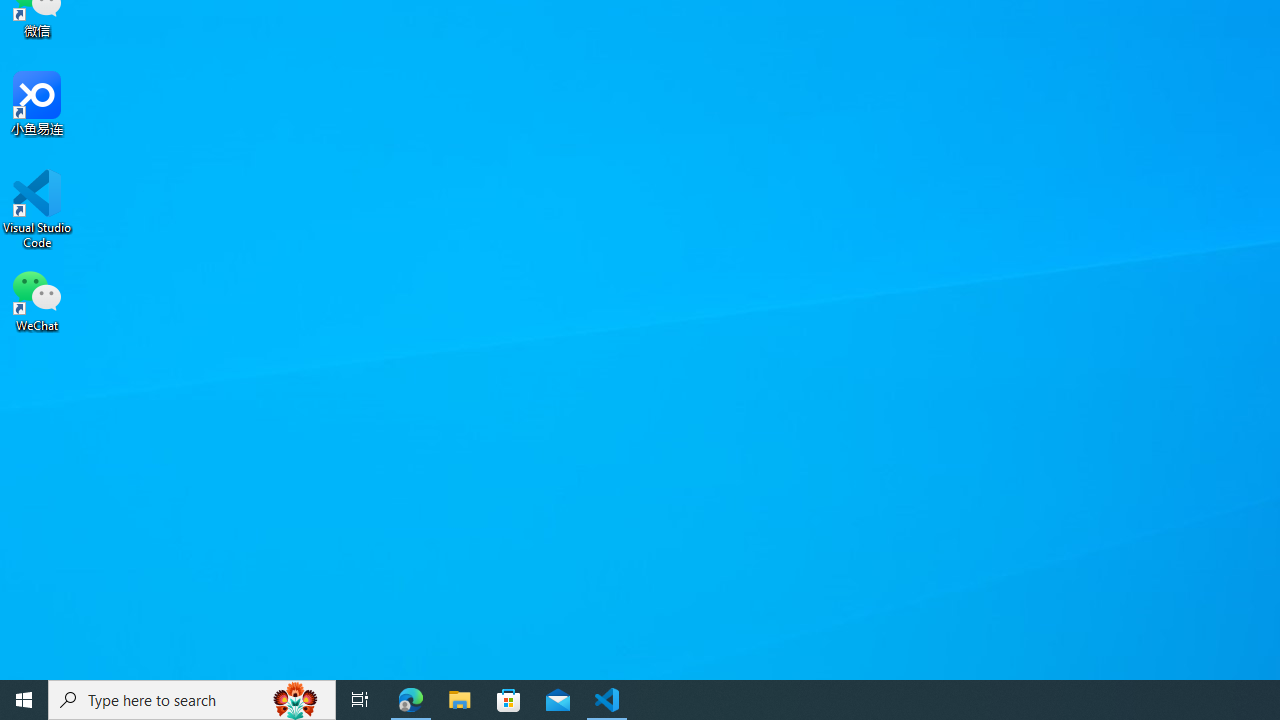 This screenshot has height=720, width=1280. What do you see at coordinates (606, 698) in the screenshot?
I see `'Visual Studio Code - 1 running window'` at bounding box center [606, 698].